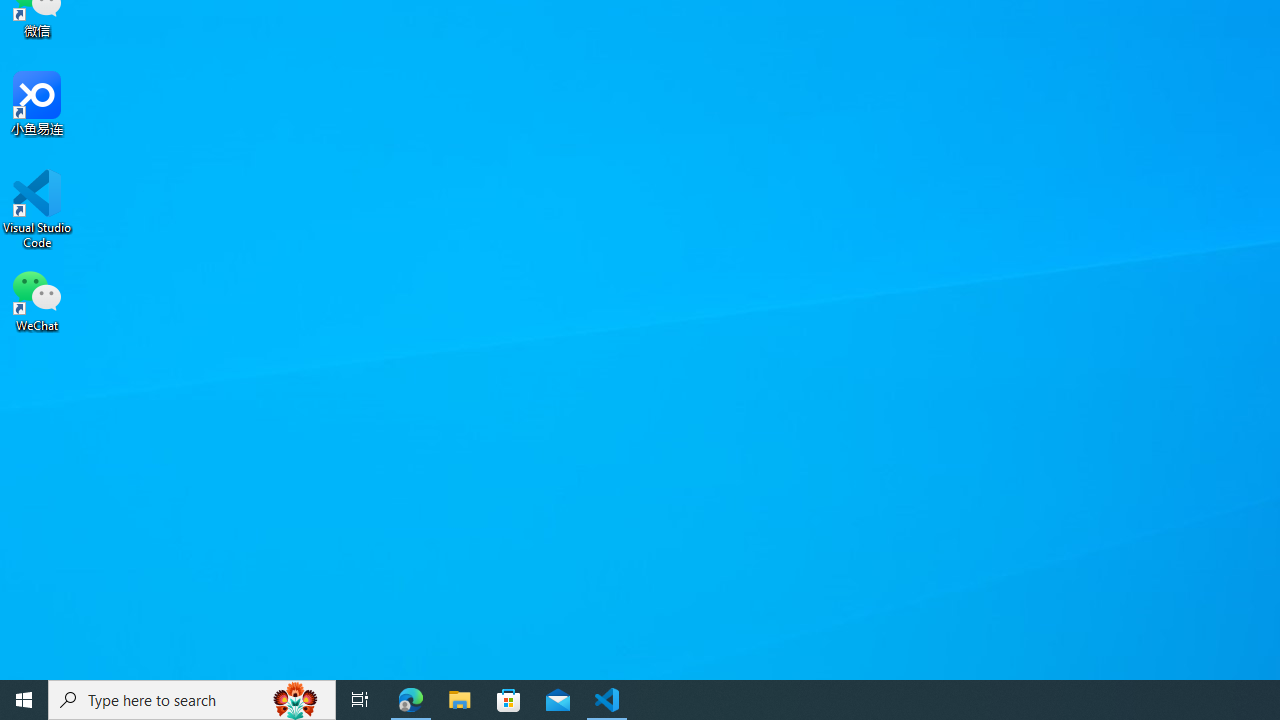 This screenshot has height=720, width=1280. What do you see at coordinates (606, 698) in the screenshot?
I see `'Visual Studio Code - 1 running window'` at bounding box center [606, 698].